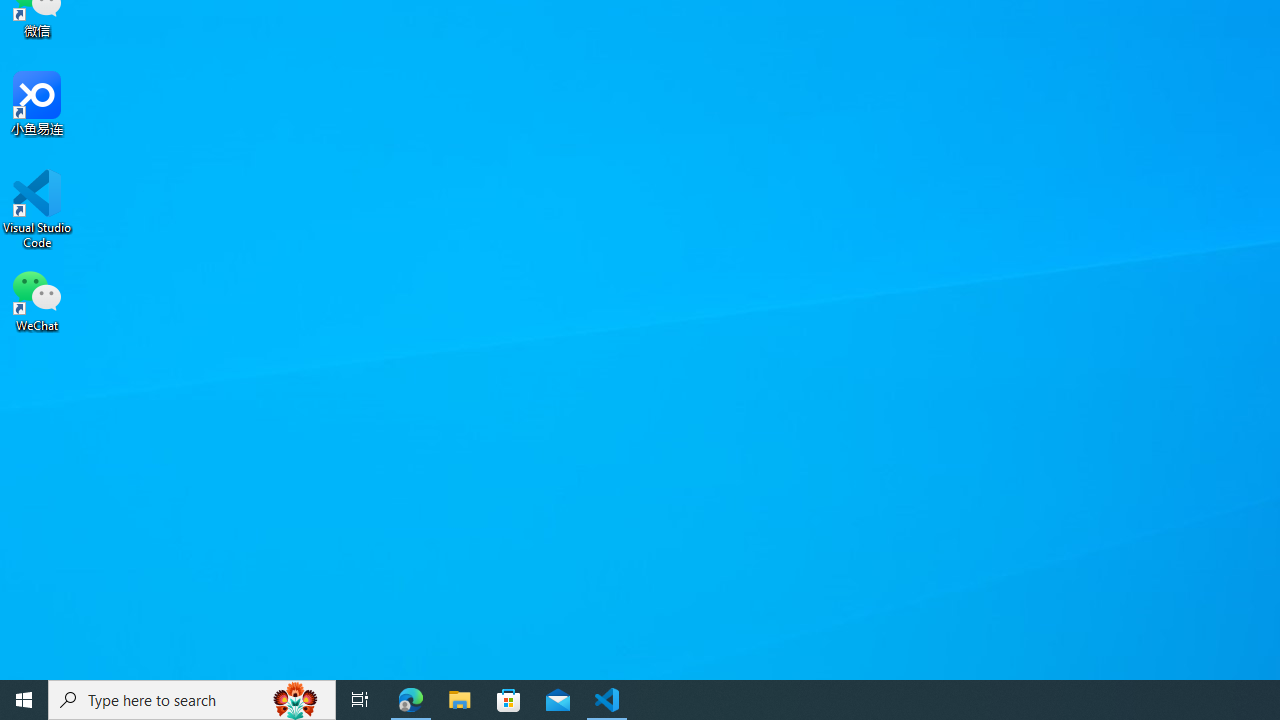 This screenshot has height=720, width=1280. What do you see at coordinates (606, 698) in the screenshot?
I see `'Visual Studio Code - 1 running window'` at bounding box center [606, 698].